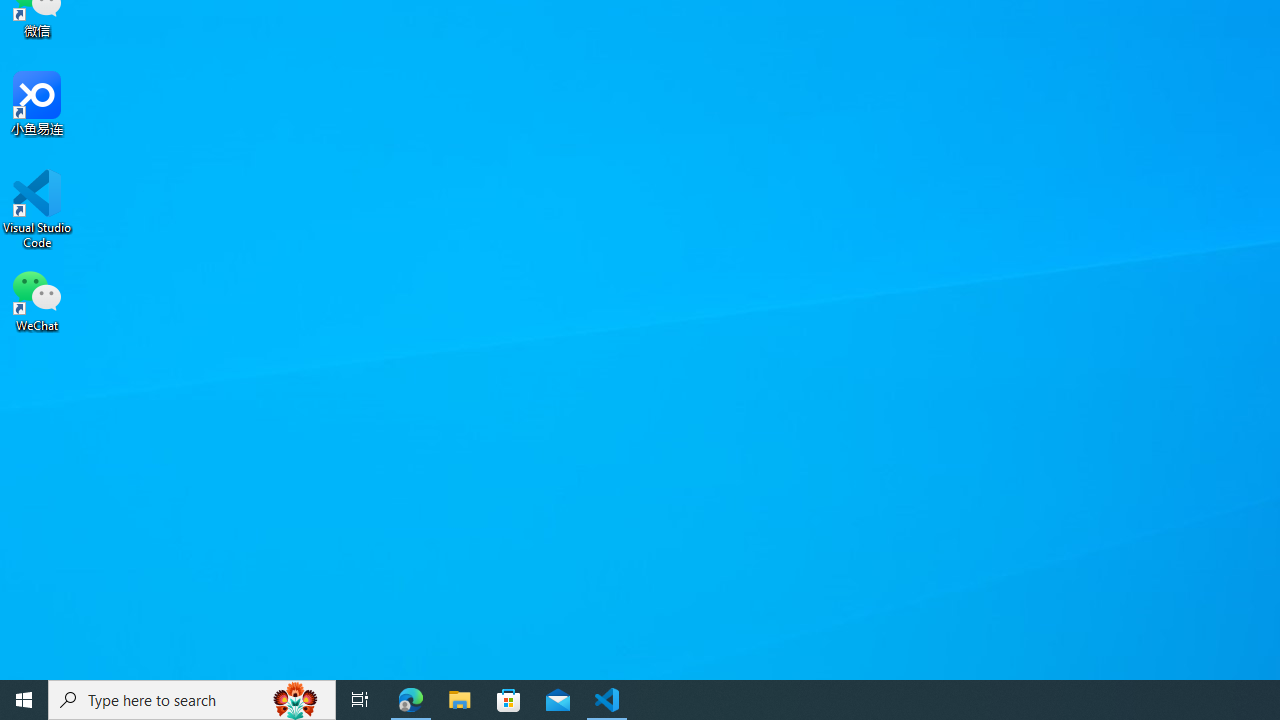 This screenshot has height=720, width=1280. What do you see at coordinates (606, 698) in the screenshot?
I see `'Visual Studio Code - 1 running window'` at bounding box center [606, 698].